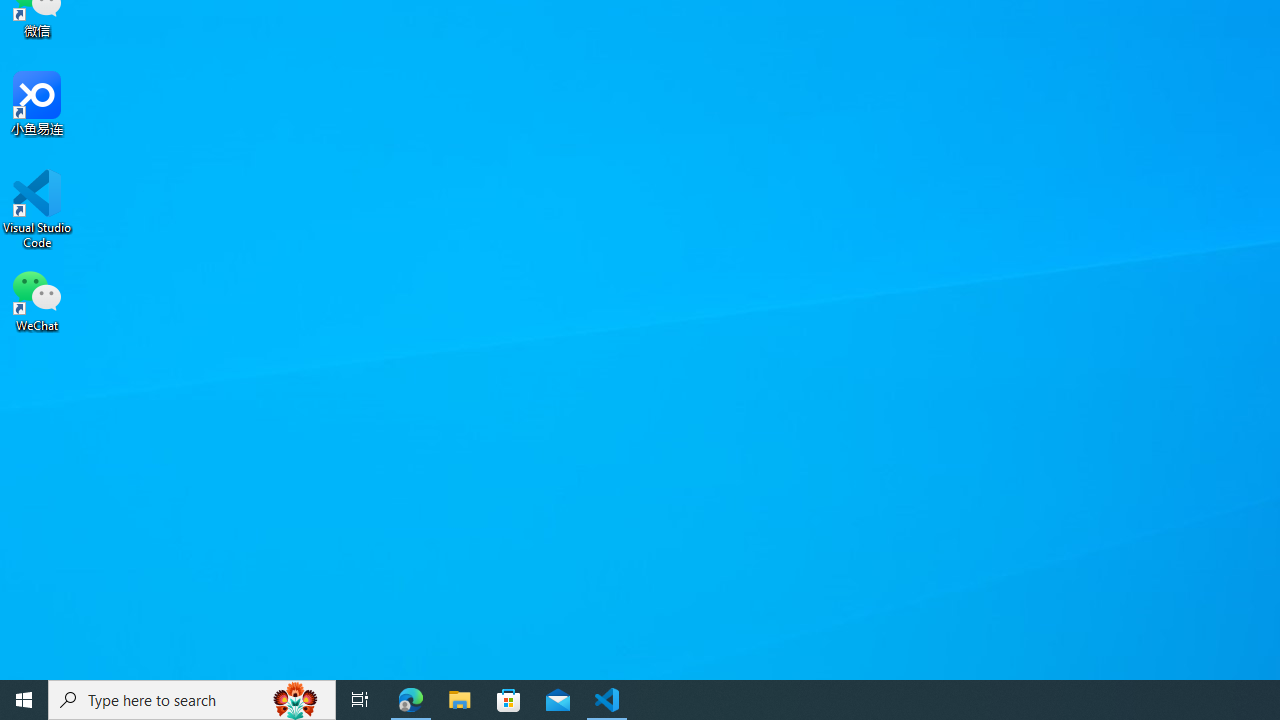 This screenshot has height=720, width=1280. What do you see at coordinates (606, 698) in the screenshot?
I see `'Visual Studio Code - 1 running window'` at bounding box center [606, 698].